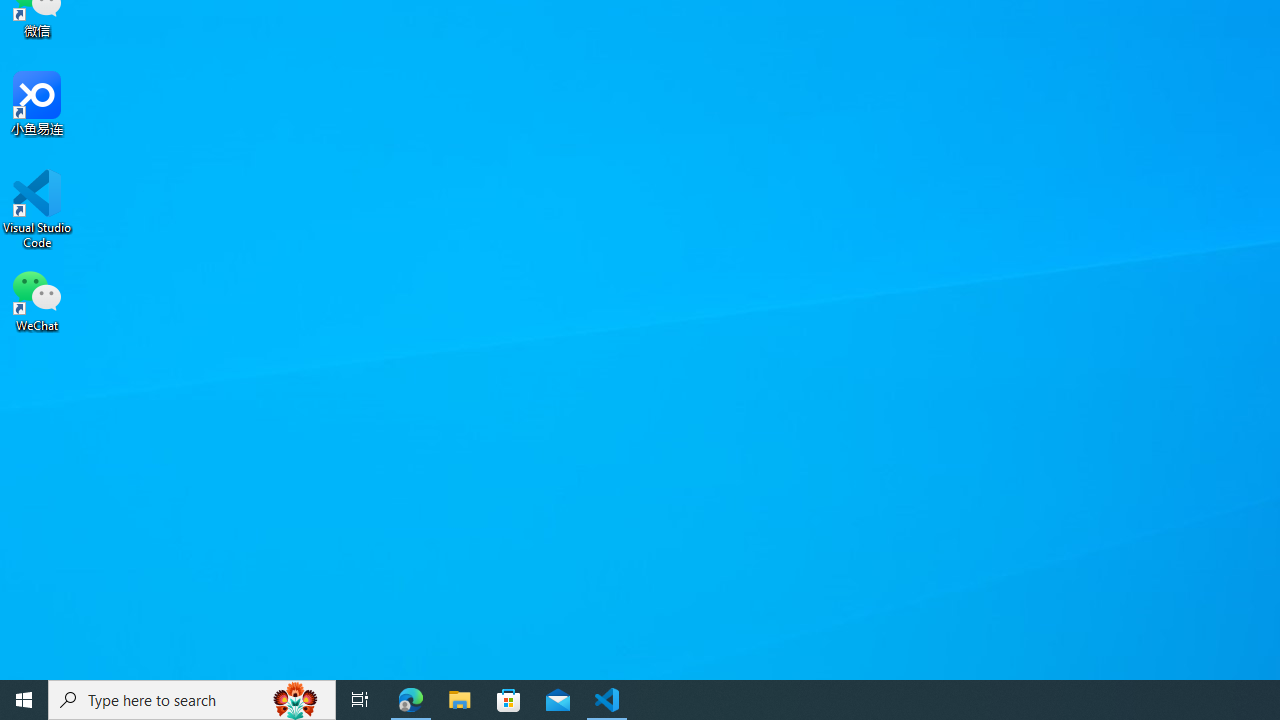 This screenshot has height=720, width=1280. What do you see at coordinates (606, 698) in the screenshot?
I see `'Visual Studio Code - 1 running window'` at bounding box center [606, 698].